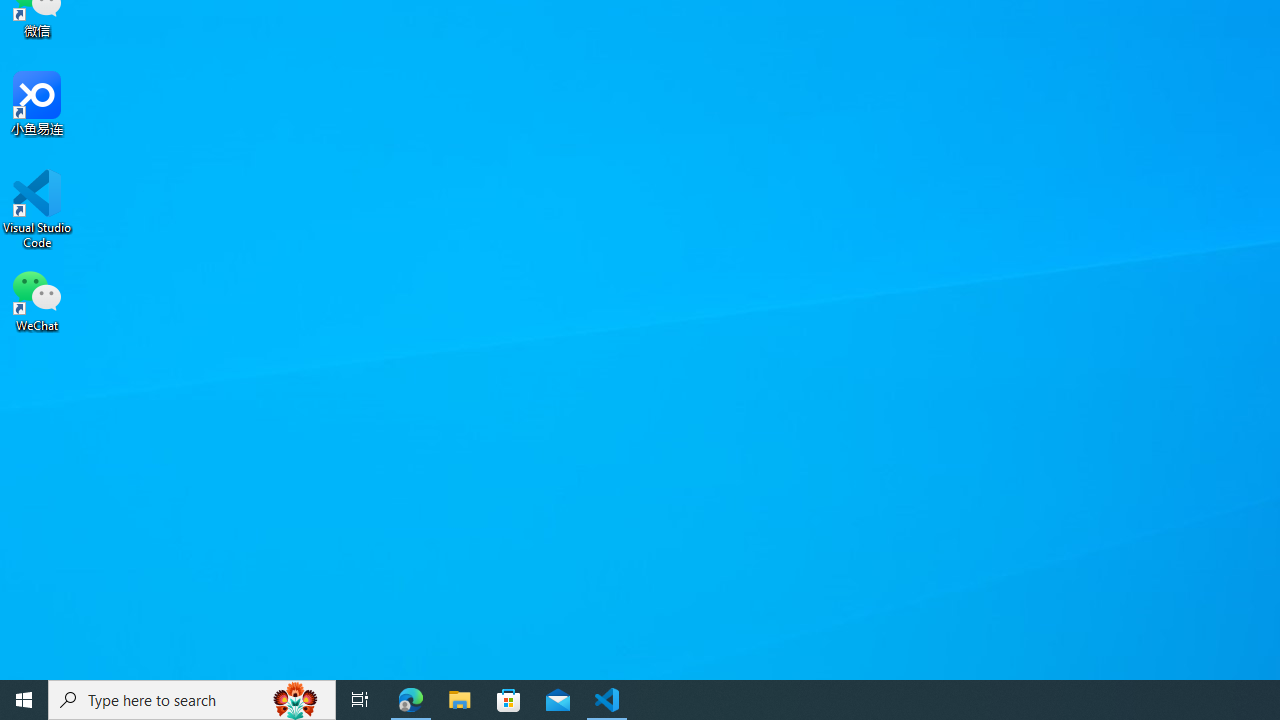 This screenshot has height=720, width=1280. What do you see at coordinates (606, 698) in the screenshot?
I see `'Visual Studio Code - 1 running window'` at bounding box center [606, 698].